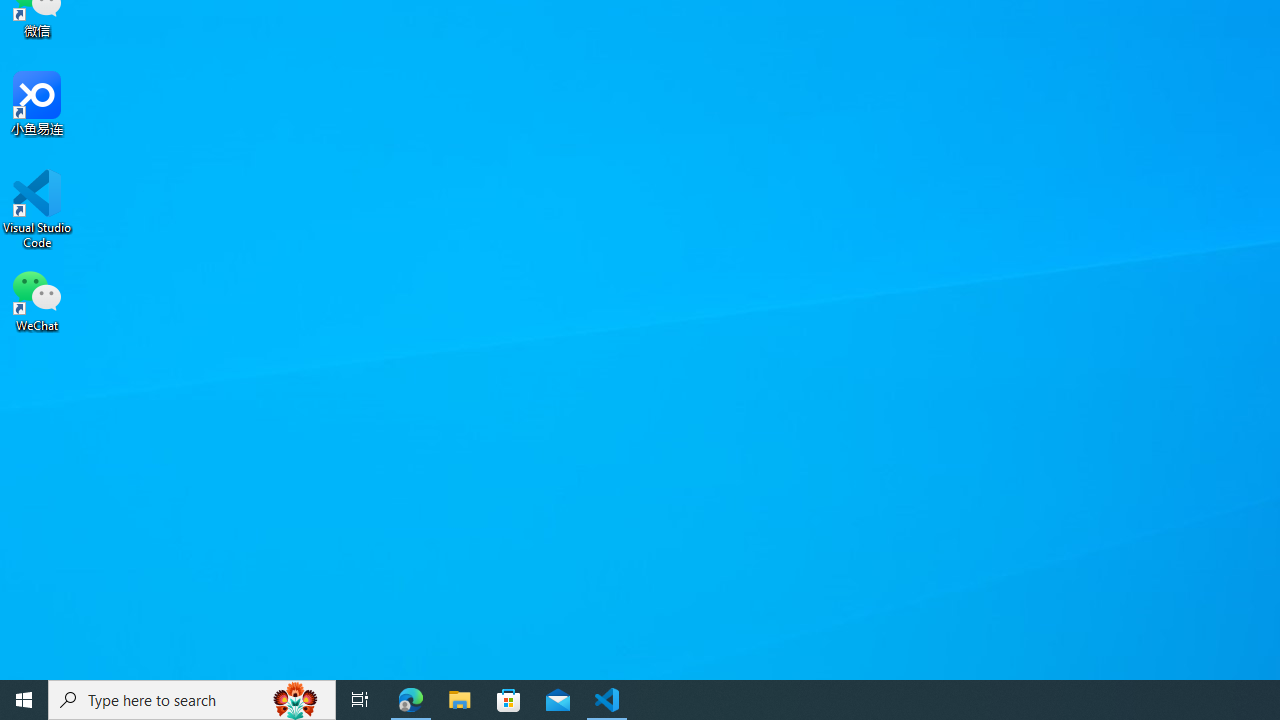 This screenshot has height=720, width=1280. What do you see at coordinates (606, 698) in the screenshot?
I see `'Visual Studio Code - 1 running window'` at bounding box center [606, 698].